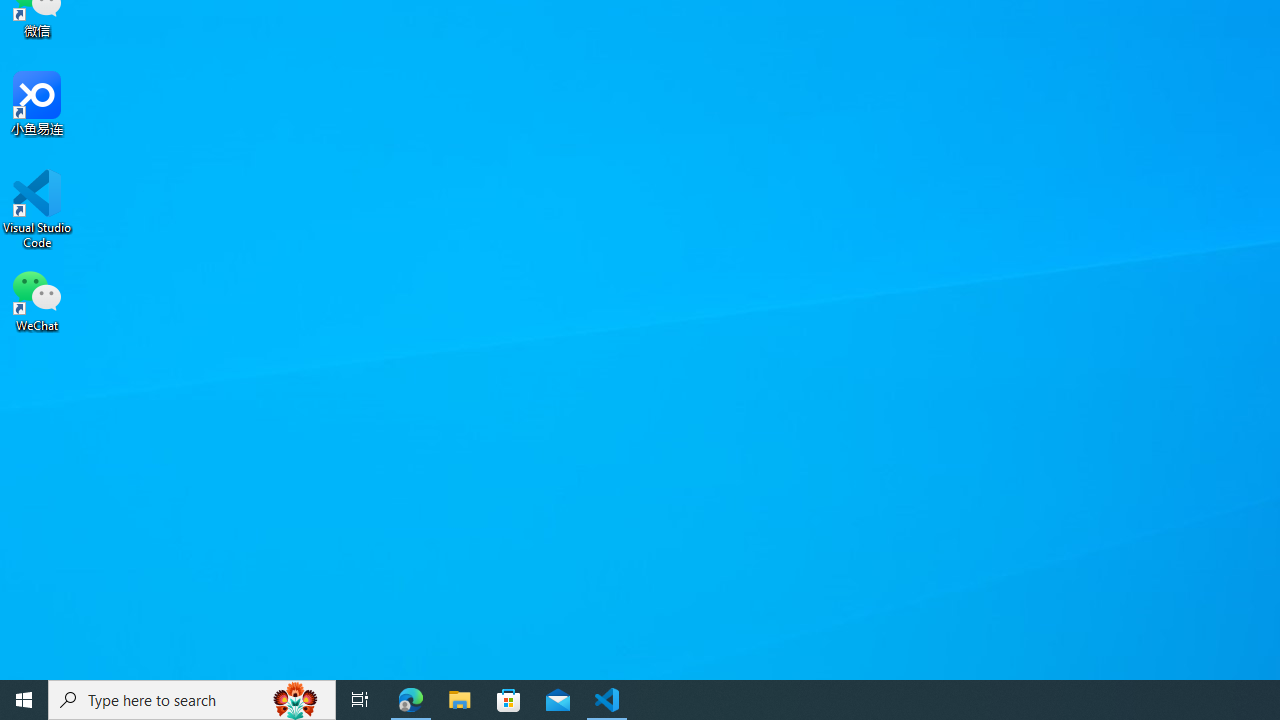 This screenshot has height=720, width=1280. What do you see at coordinates (606, 698) in the screenshot?
I see `'Visual Studio Code - 1 running window'` at bounding box center [606, 698].